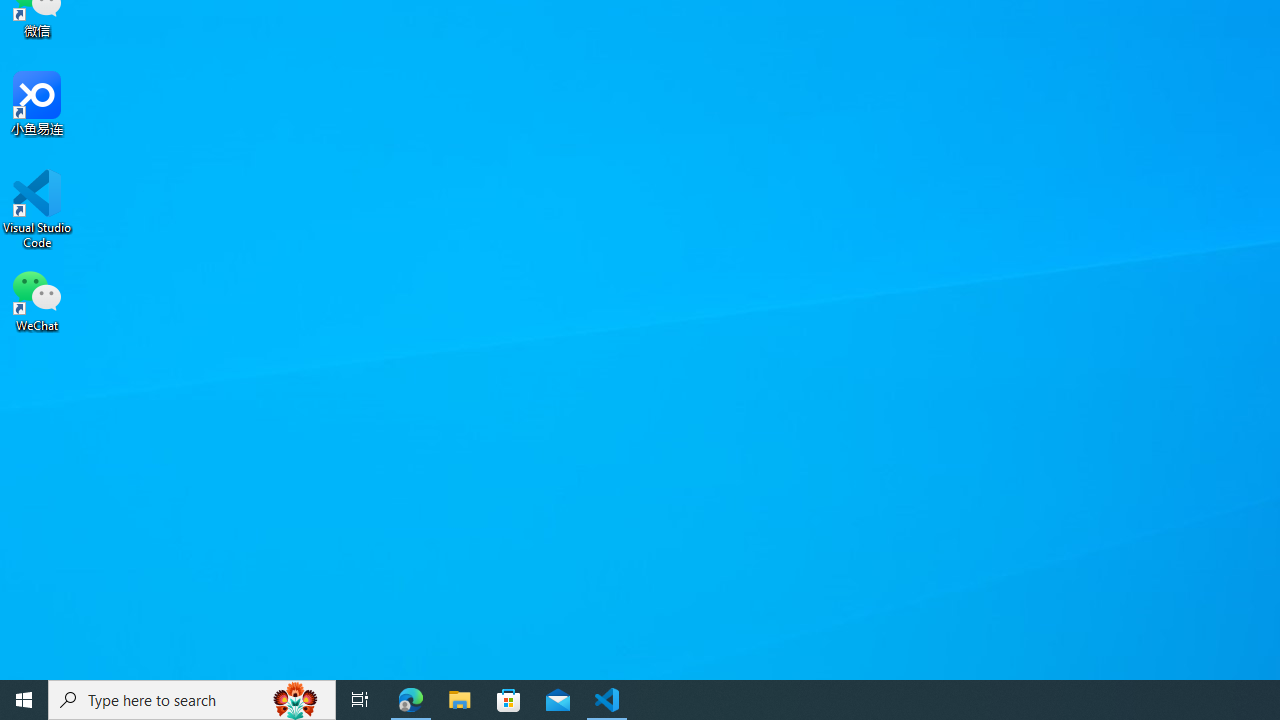 This screenshot has height=720, width=1280. What do you see at coordinates (606, 698) in the screenshot?
I see `'Visual Studio Code - 1 running window'` at bounding box center [606, 698].